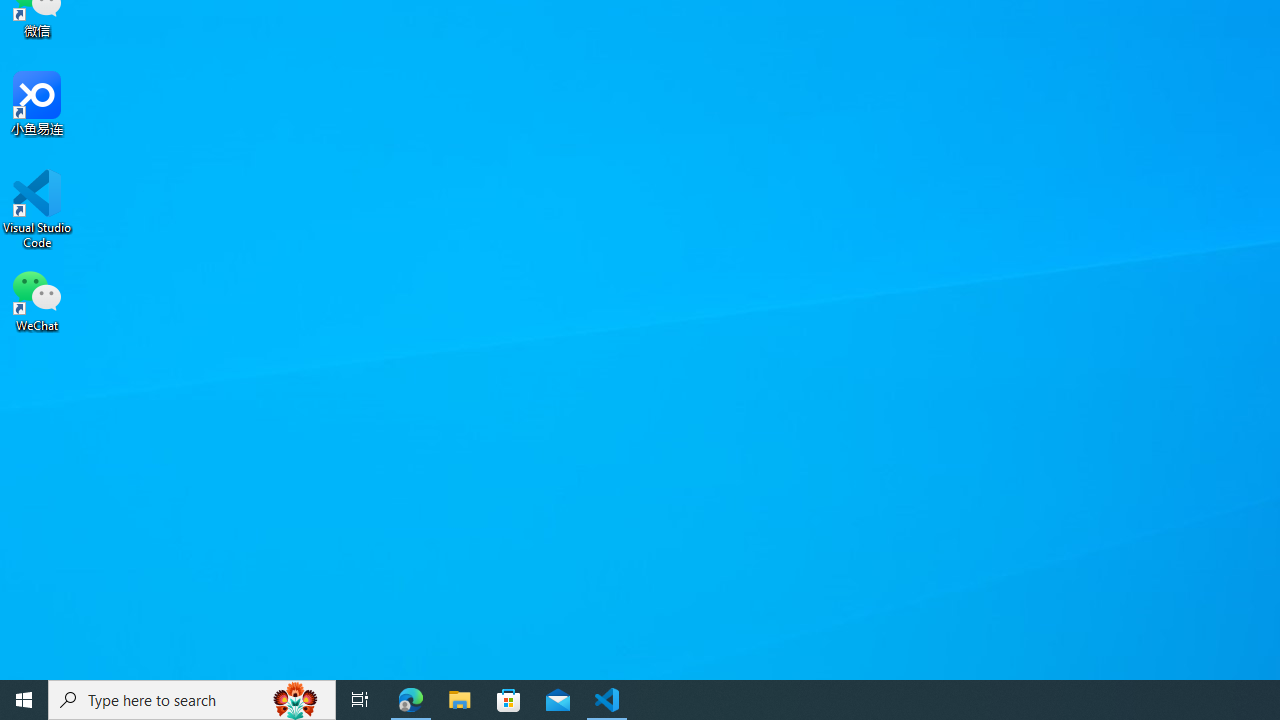 This screenshot has height=720, width=1280. What do you see at coordinates (606, 698) in the screenshot?
I see `'Visual Studio Code - 1 running window'` at bounding box center [606, 698].